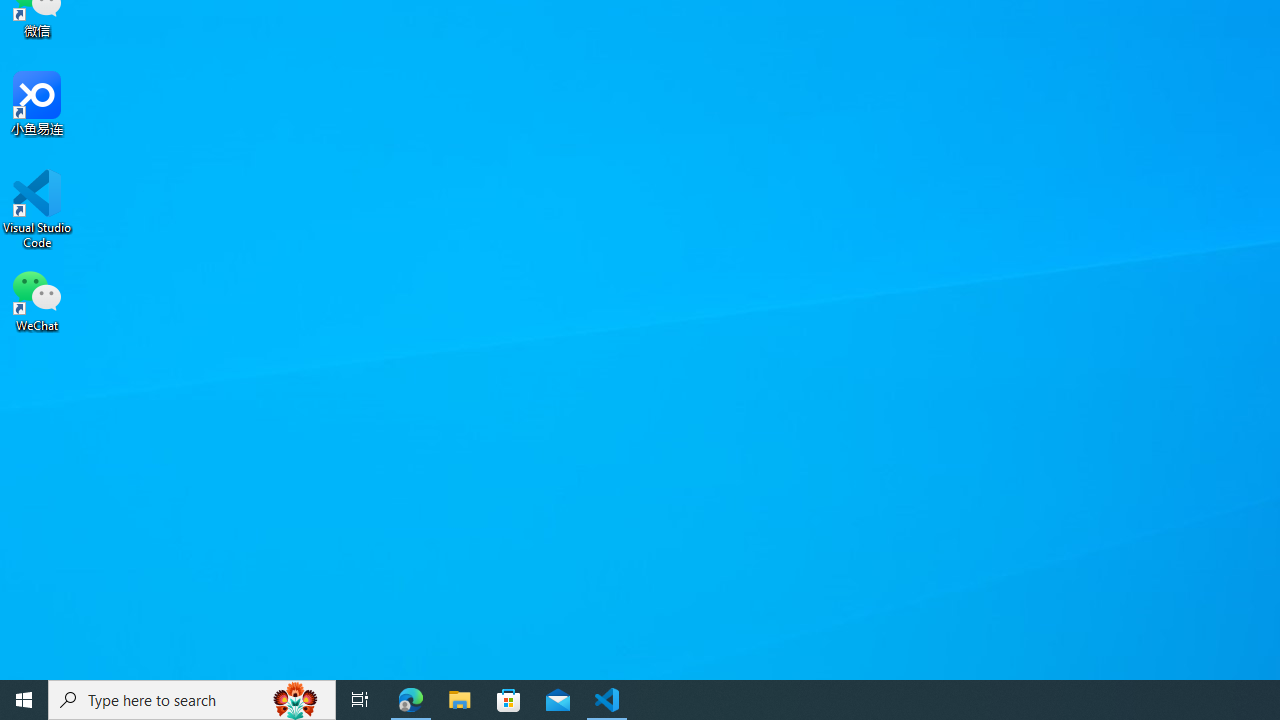 This screenshot has height=720, width=1280. What do you see at coordinates (606, 698) in the screenshot?
I see `'Visual Studio Code - 1 running window'` at bounding box center [606, 698].